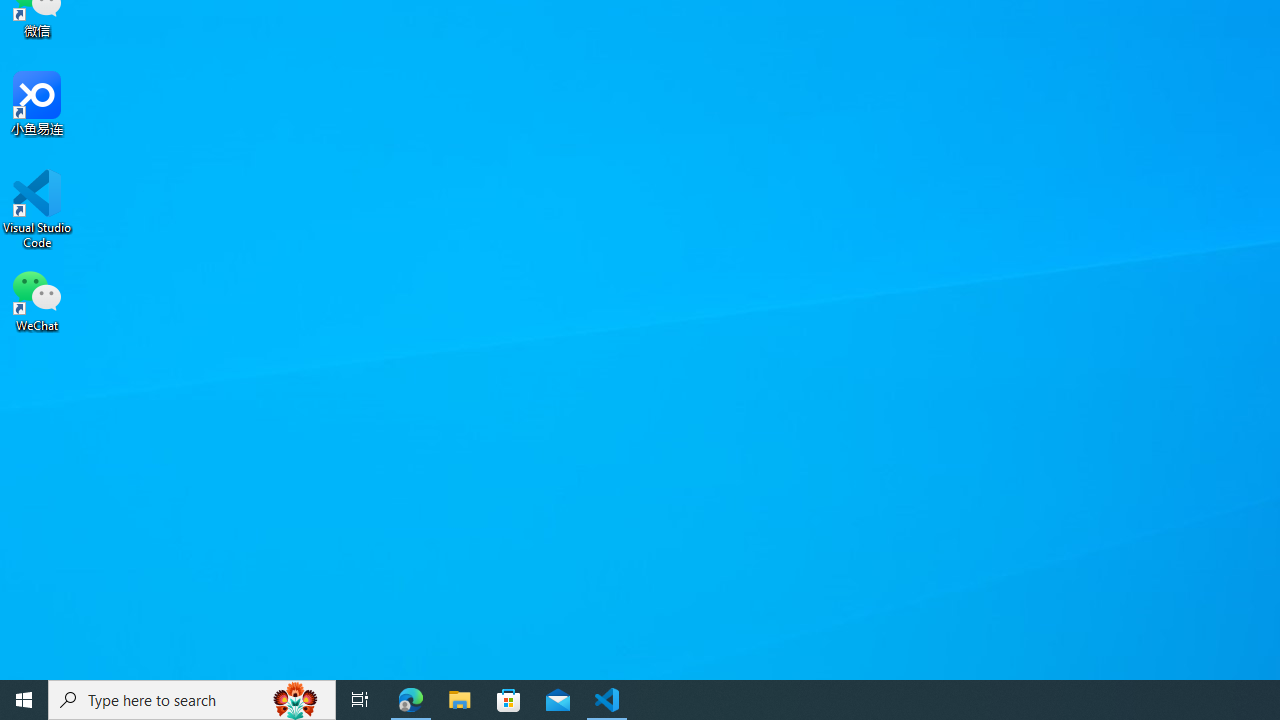 This screenshot has height=720, width=1280. What do you see at coordinates (606, 698) in the screenshot?
I see `'Visual Studio Code - 1 running window'` at bounding box center [606, 698].